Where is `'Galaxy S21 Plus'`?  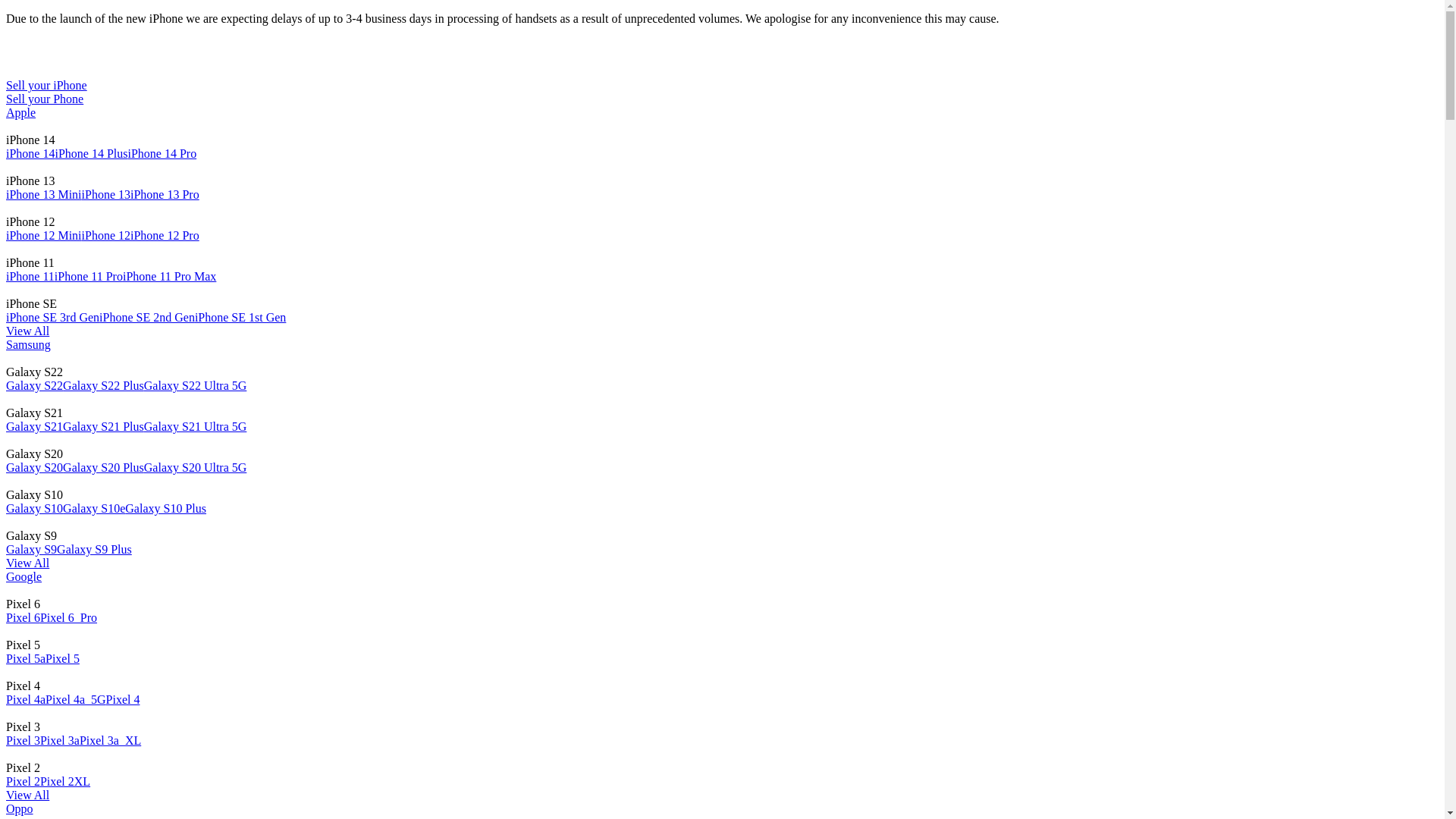 'Galaxy S21 Plus' is located at coordinates (102, 426).